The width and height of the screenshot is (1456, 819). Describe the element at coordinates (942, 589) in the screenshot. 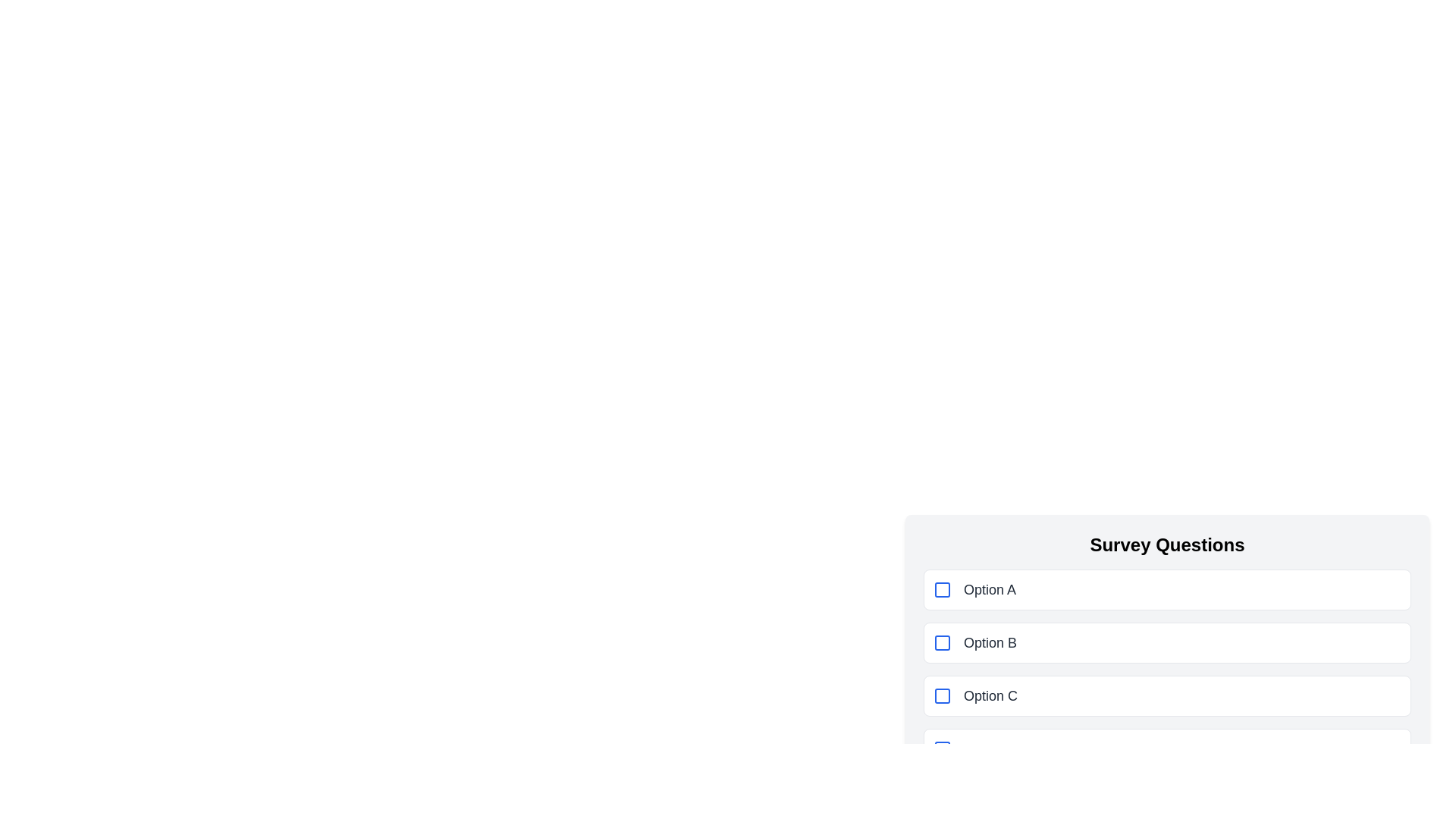

I see `the blue square checkbox located to the left of the label 'Option A'` at that location.